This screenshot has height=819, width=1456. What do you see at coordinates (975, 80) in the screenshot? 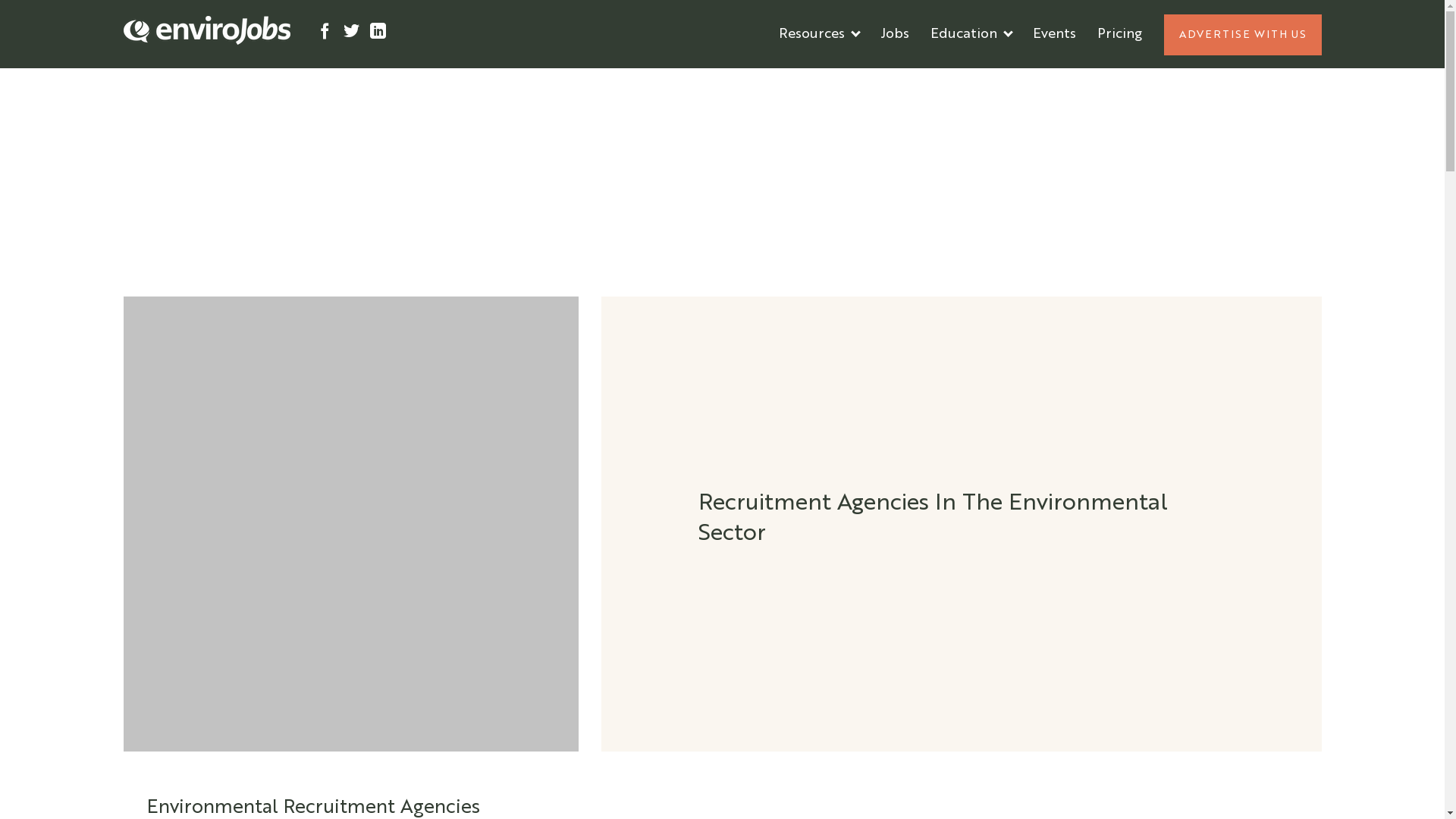
I see `'Short Courses'` at bounding box center [975, 80].